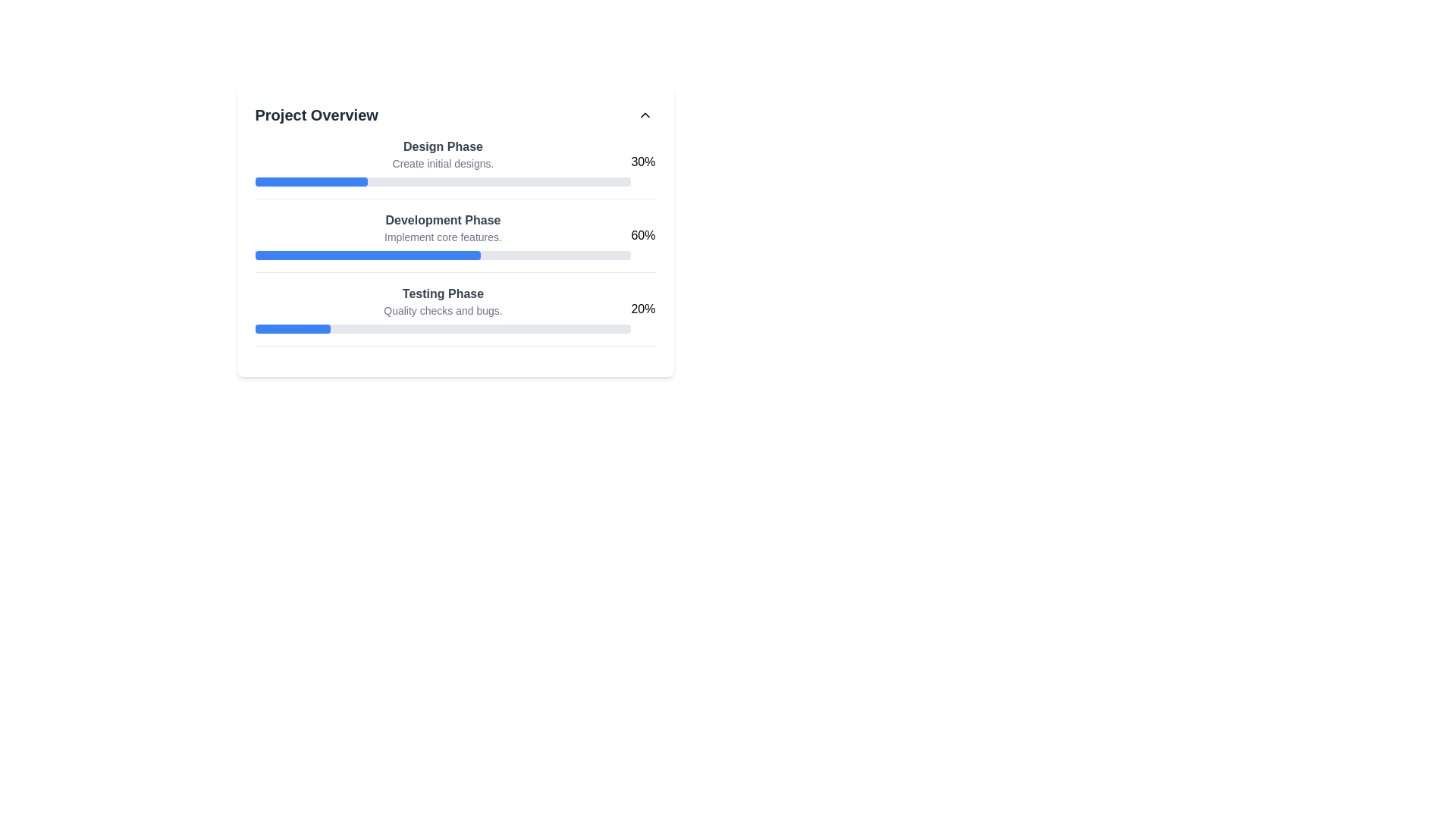 The width and height of the screenshot is (1456, 819). Describe the element at coordinates (454, 241) in the screenshot. I see `the 'Development Phase' section of the progress tracker` at that location.